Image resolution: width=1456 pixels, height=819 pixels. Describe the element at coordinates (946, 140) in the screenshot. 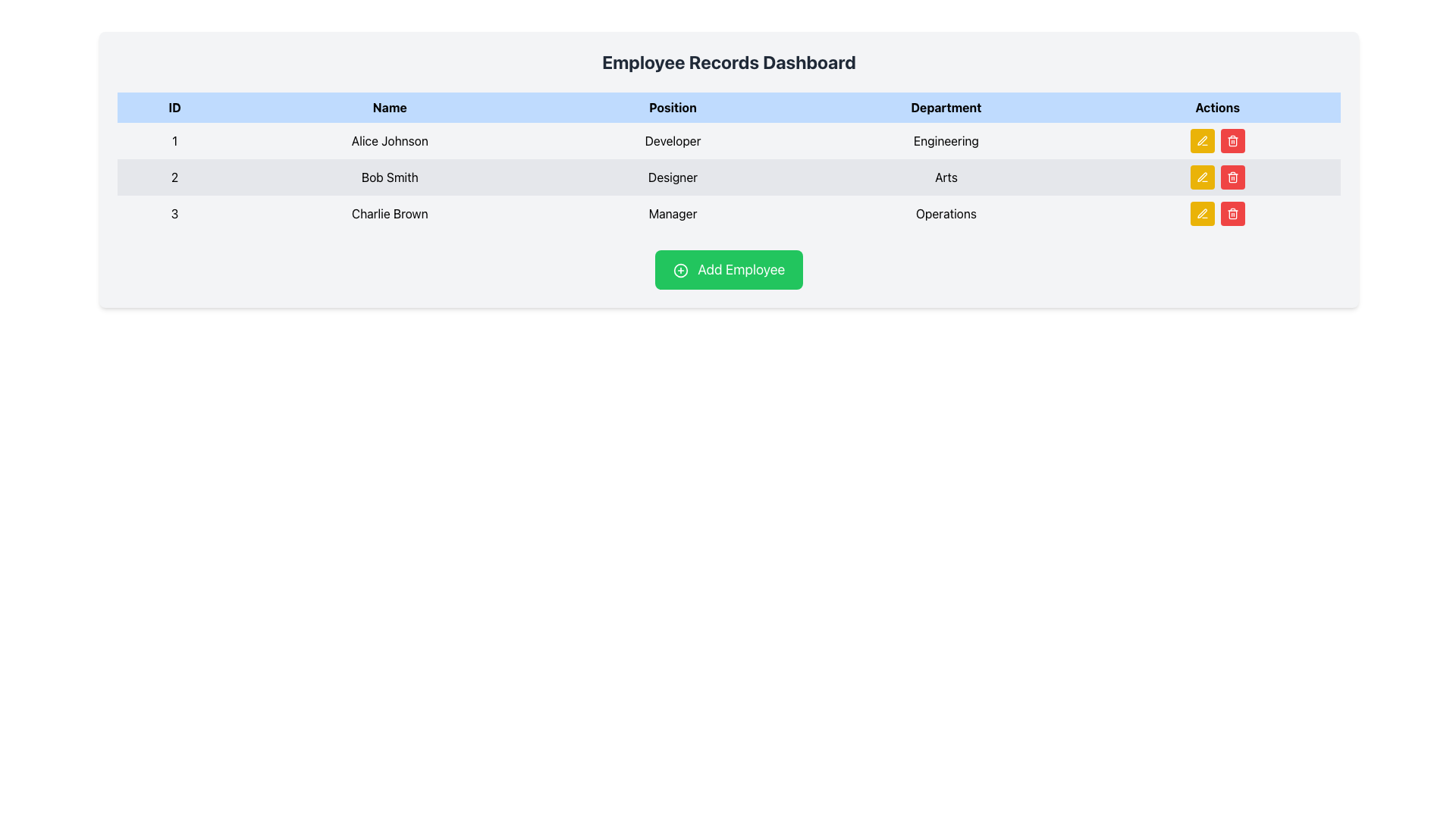

I see `the Static Text Label displaying 'Engineering' to select the text, which is` at that location.